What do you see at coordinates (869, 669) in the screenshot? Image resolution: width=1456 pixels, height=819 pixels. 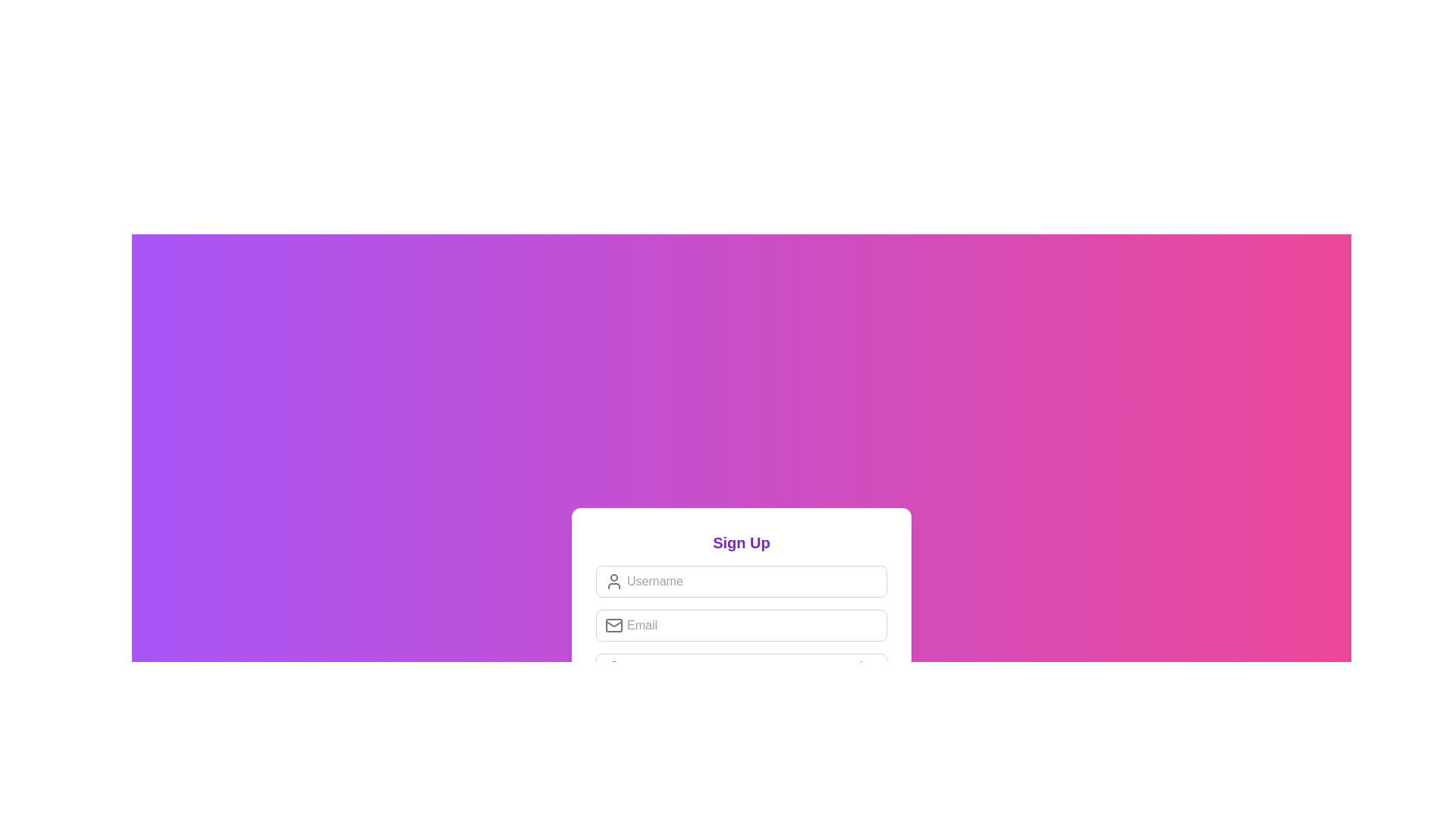 I see `the button located at the far right of the password input field` at bounding box center [869, 669].